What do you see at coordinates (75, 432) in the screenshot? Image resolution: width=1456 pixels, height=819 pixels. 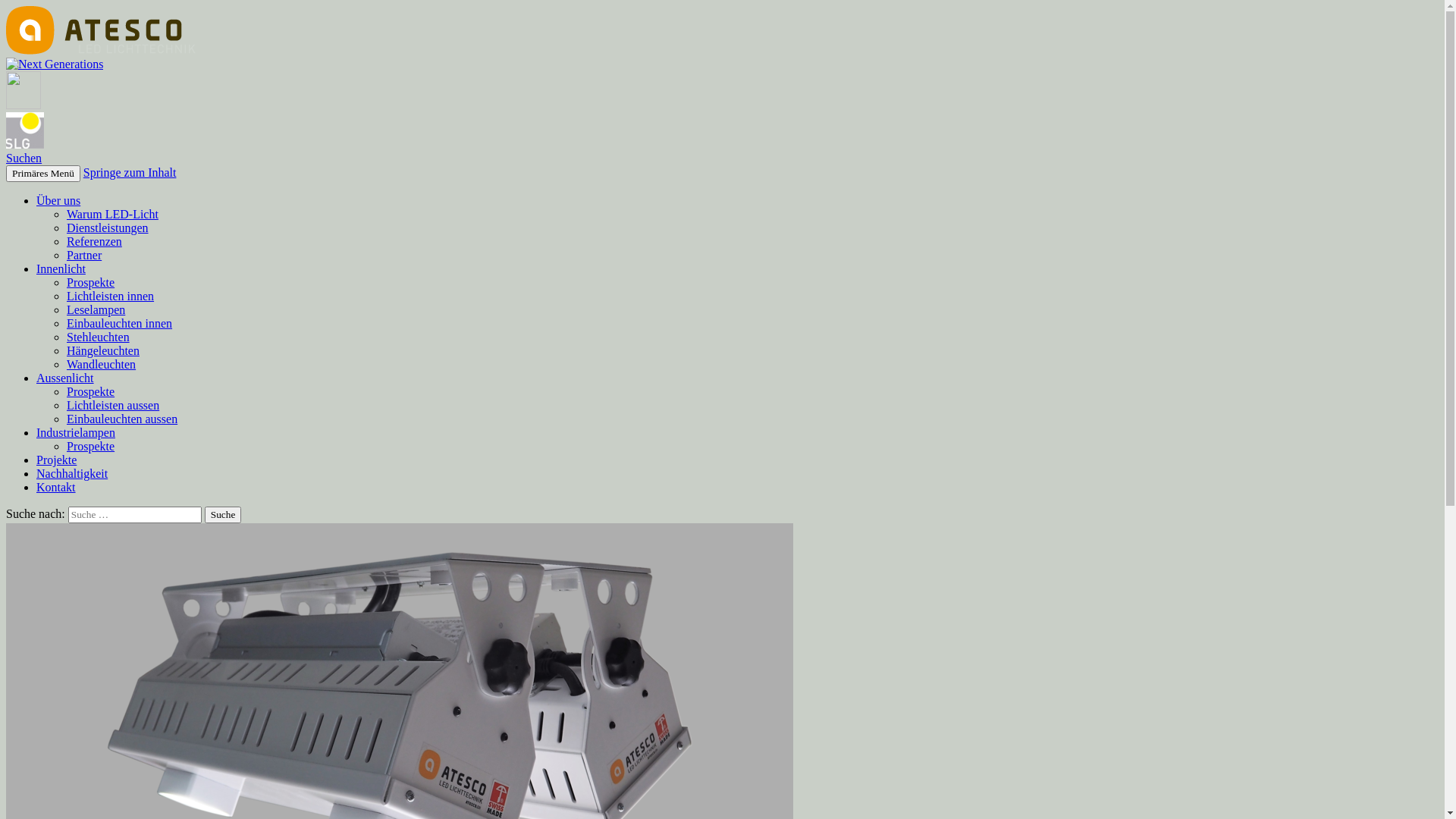 I see `'Industrielampen'` at bounding box center [75, 432].